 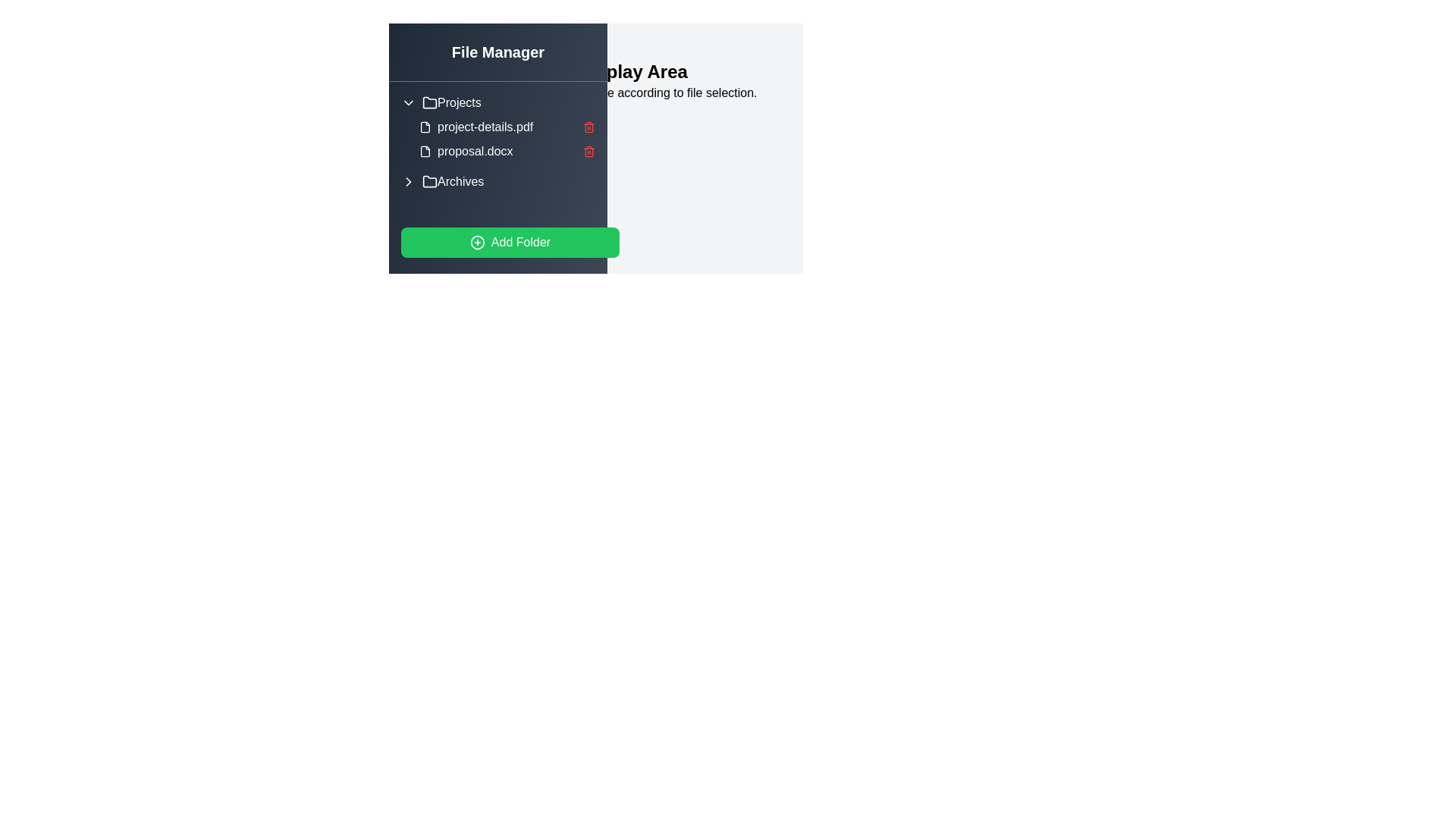 I want to click on the button to add a new folder located at the bottom of the sidebar in the File Manager section, so click(x=510, y=242).